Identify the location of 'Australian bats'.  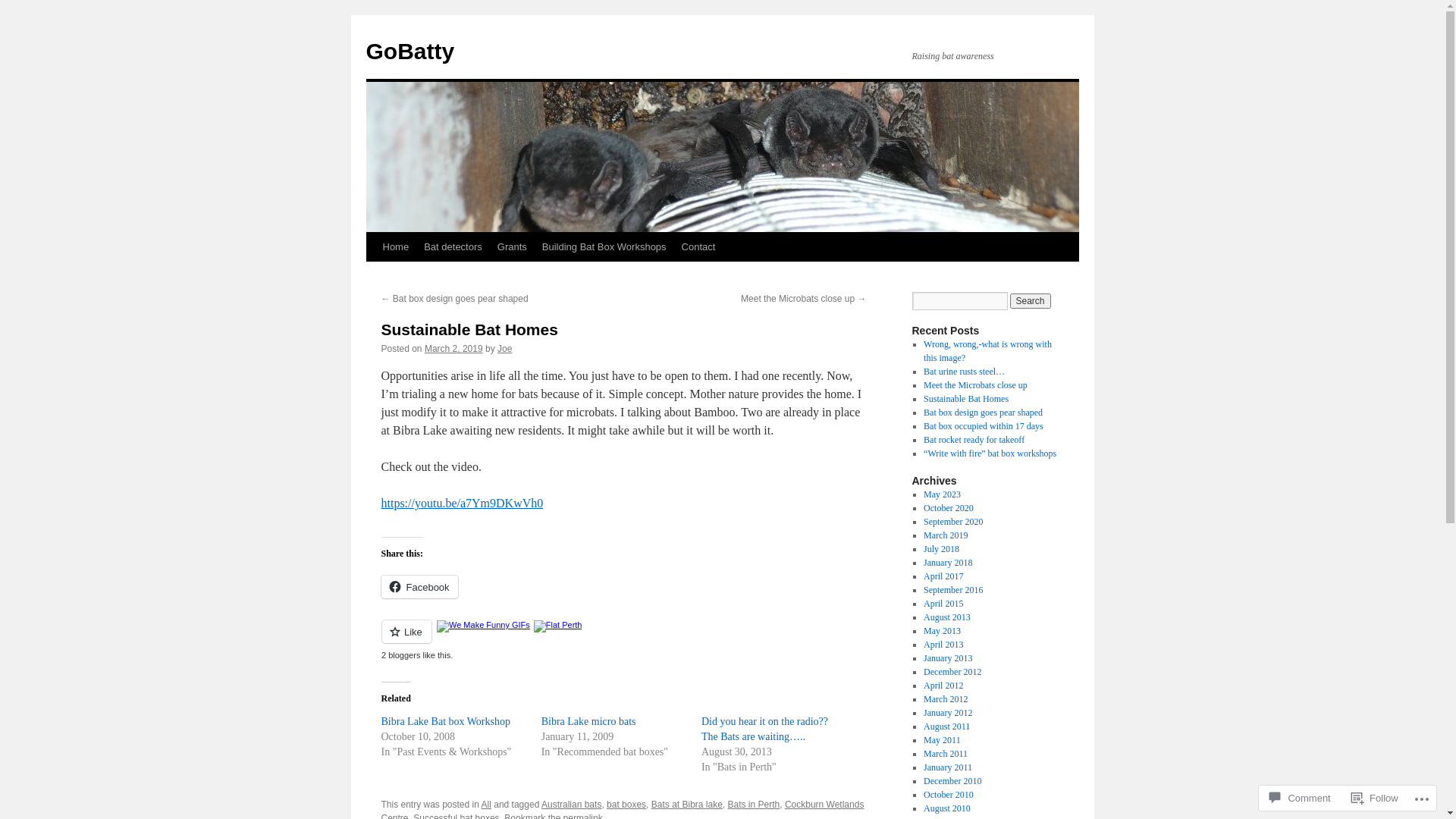
(570, 803).